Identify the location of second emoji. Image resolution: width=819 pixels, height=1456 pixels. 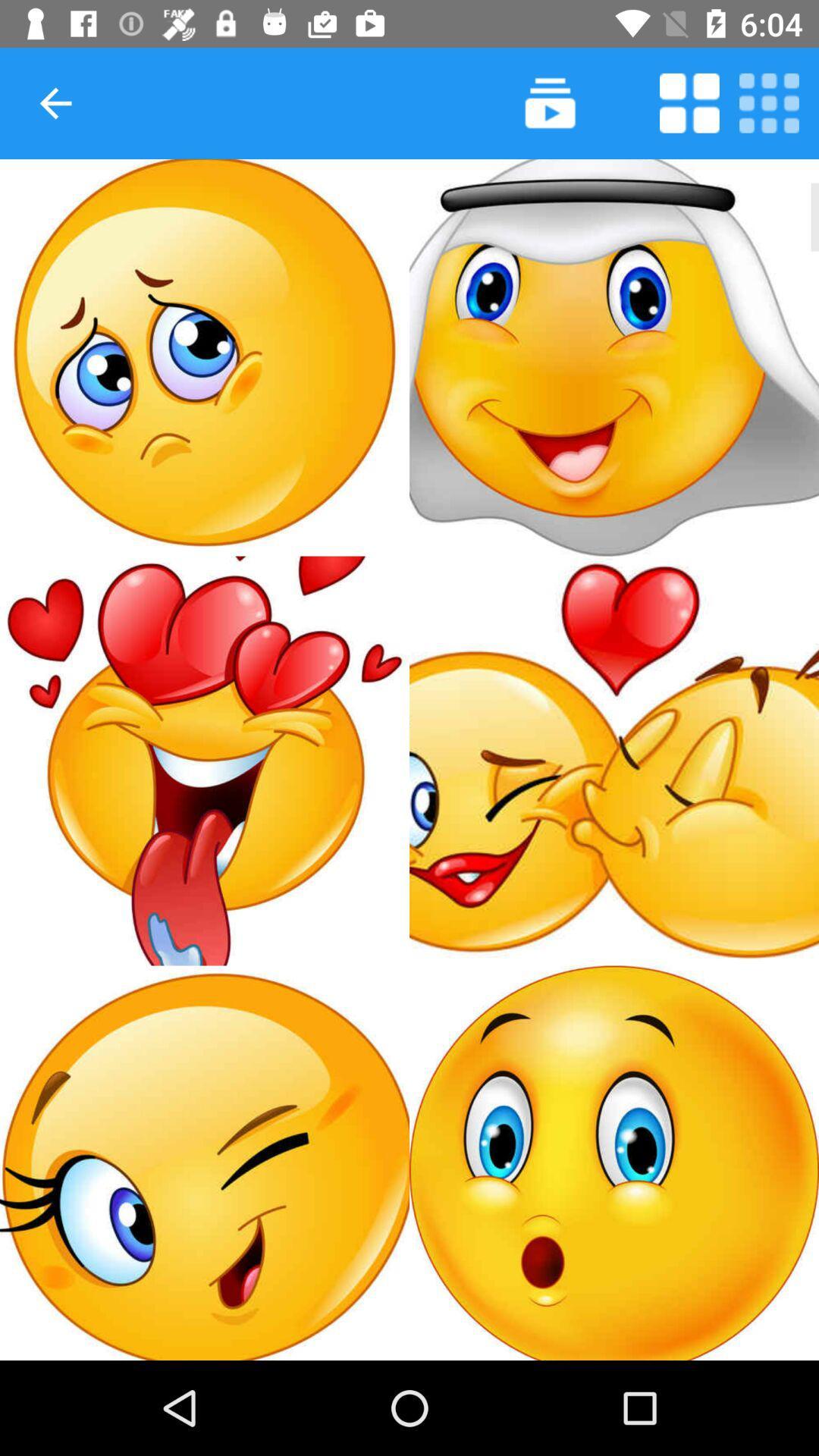
(614, 356).